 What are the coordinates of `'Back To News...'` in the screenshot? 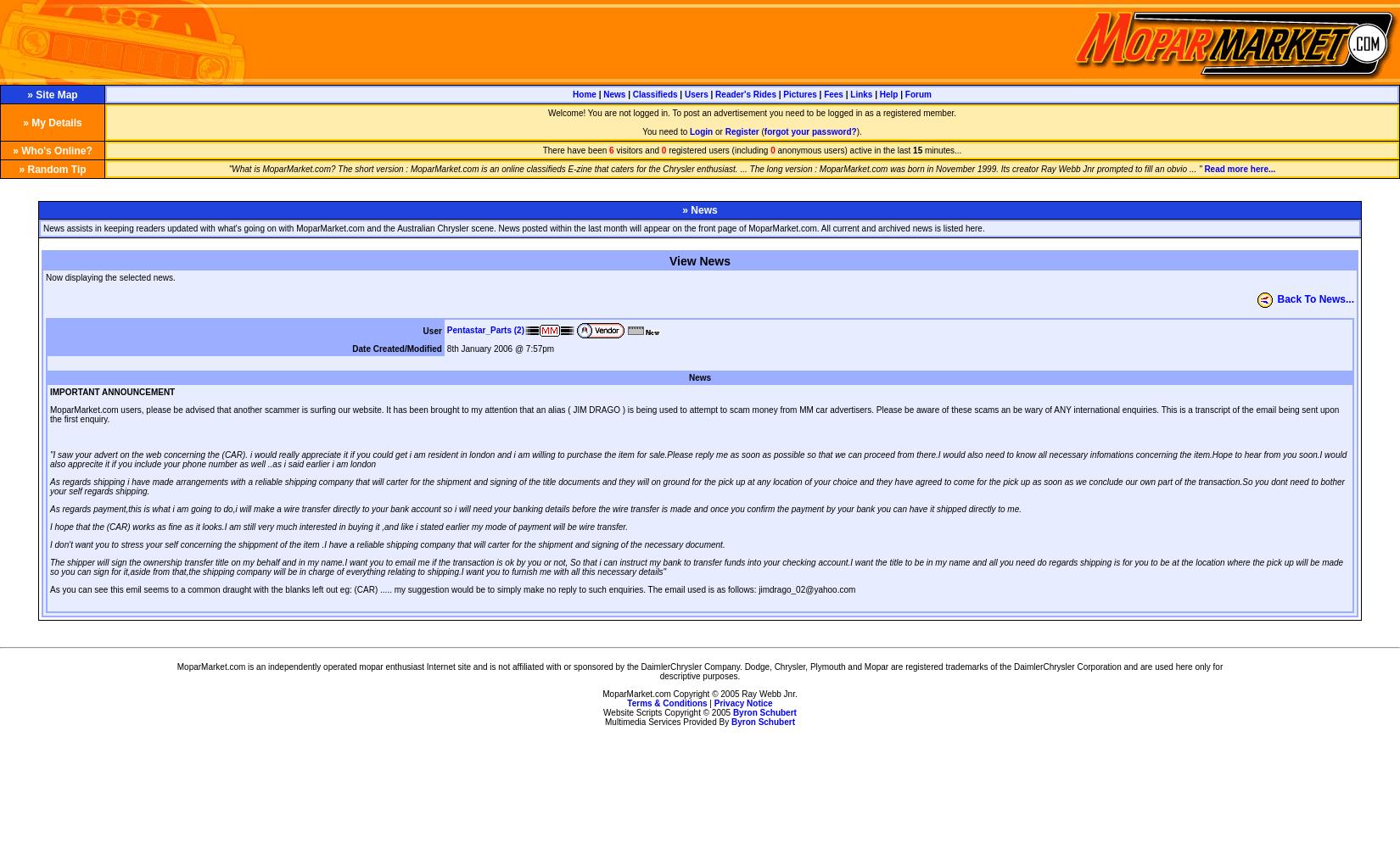 It's located at (1314, 298).